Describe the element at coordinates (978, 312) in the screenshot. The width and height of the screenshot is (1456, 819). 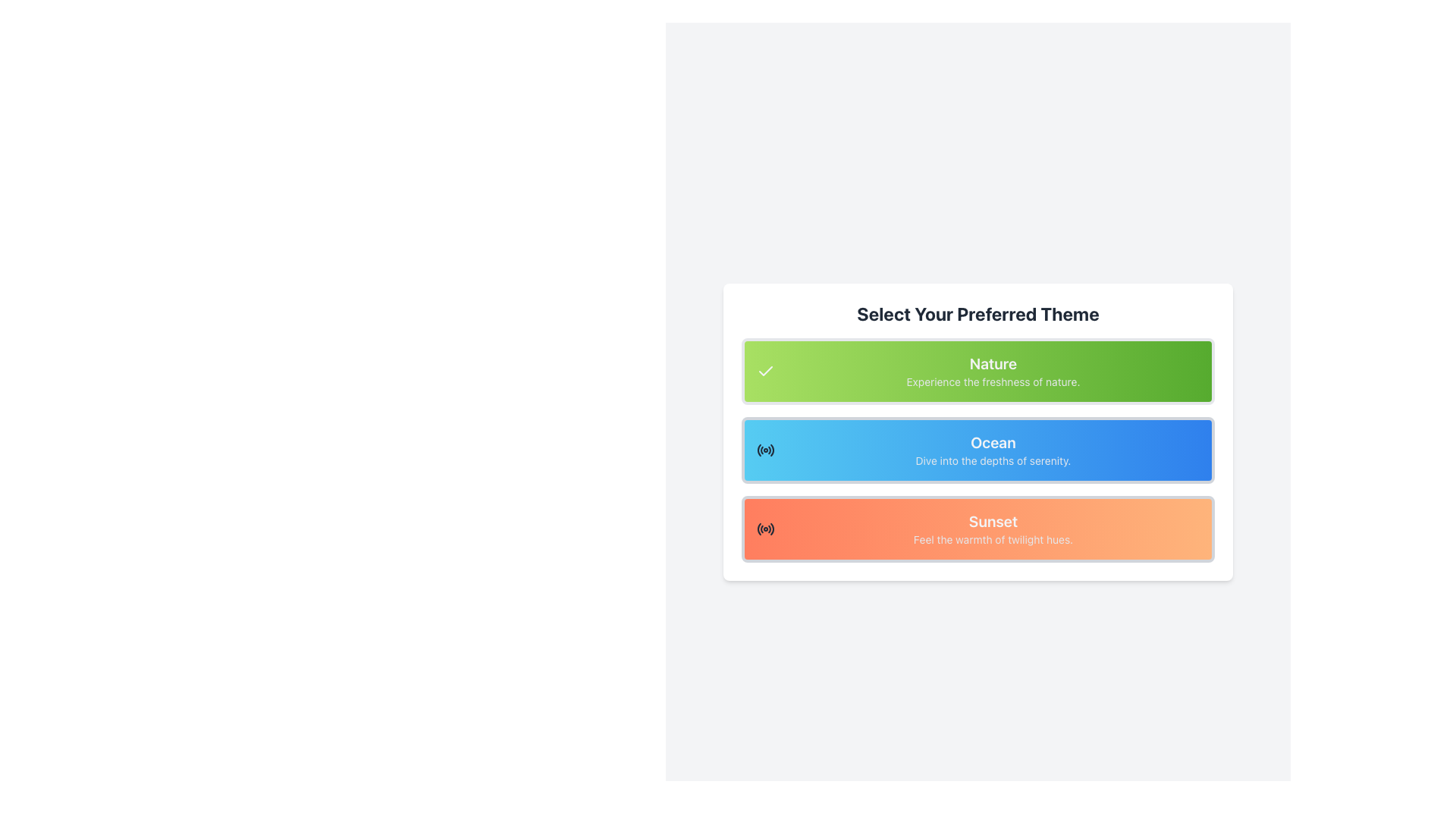
I see `Text Header that serves as a title for the theme selection area, positioned above the Nature, Ocean, and Sunset options` at that location.